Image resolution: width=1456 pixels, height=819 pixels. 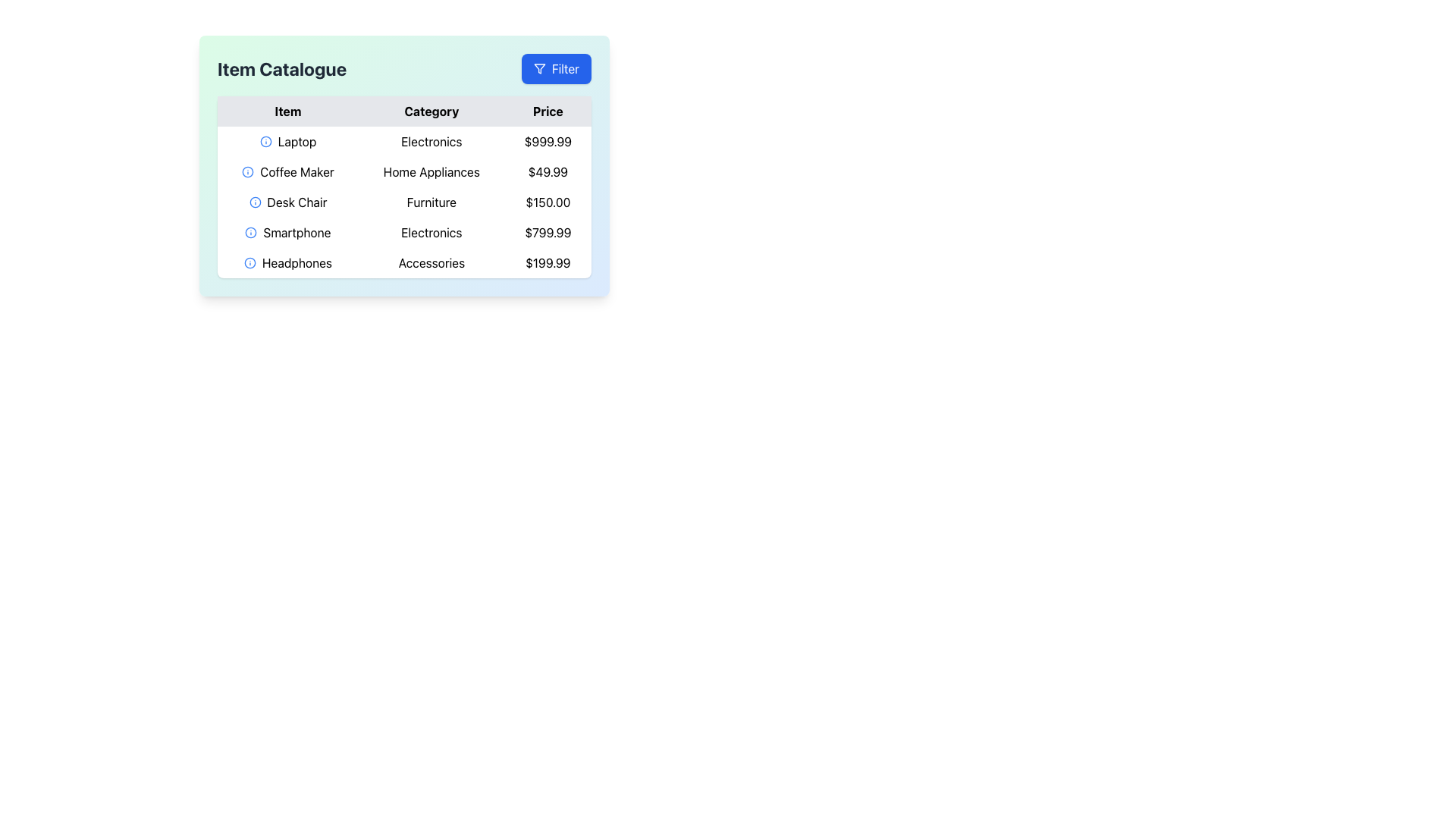 I want to click on the Text label displaying 'Smartphone' in the third row of the 'Item' column of the 'Item Catalogue' table, so click(x=287, y=233).